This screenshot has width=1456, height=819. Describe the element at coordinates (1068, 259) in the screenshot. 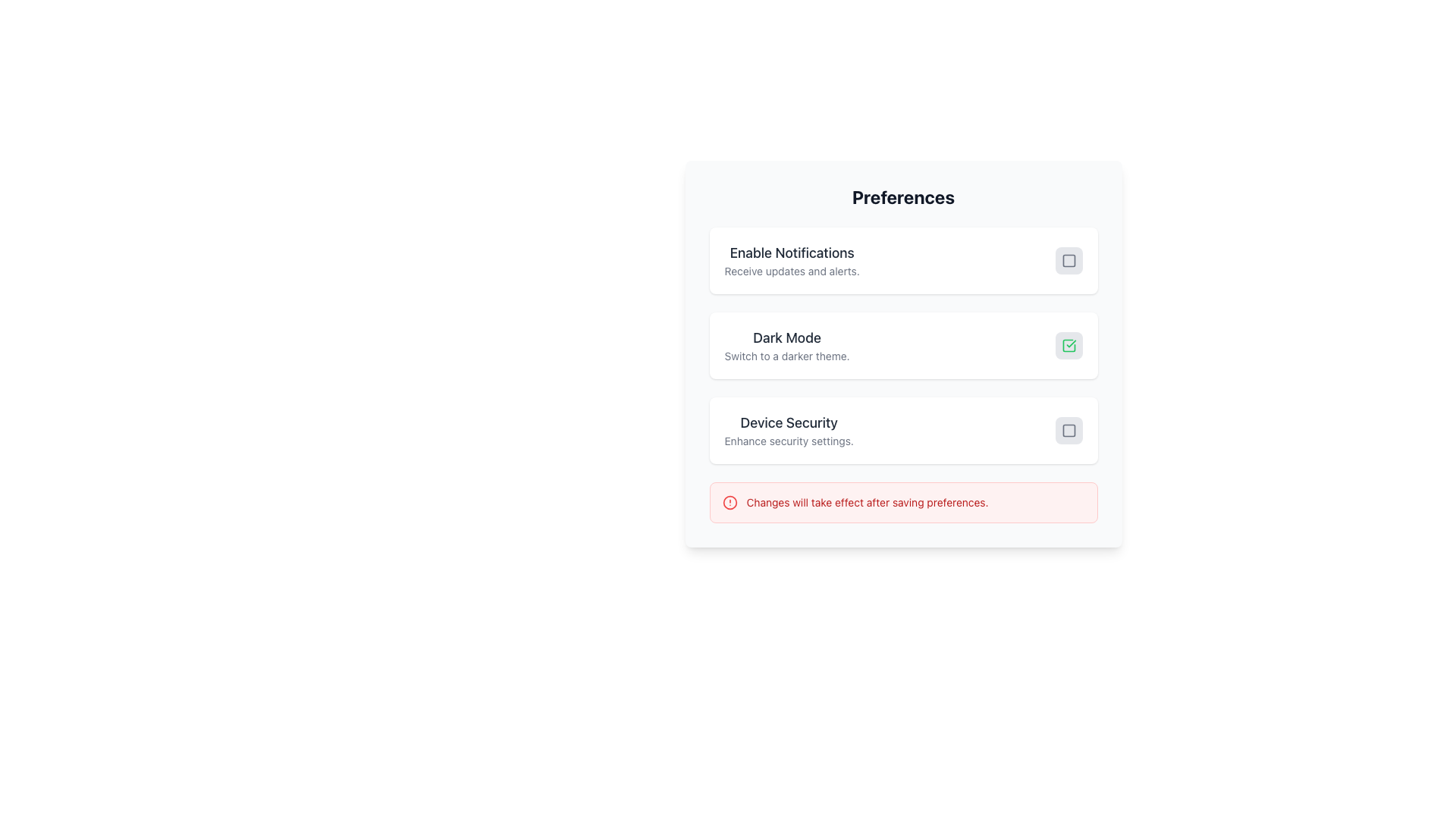

I see `the toggle switch (unchecked state) located in the 'Enable Notifications' section of the Preferences settings` at that location.